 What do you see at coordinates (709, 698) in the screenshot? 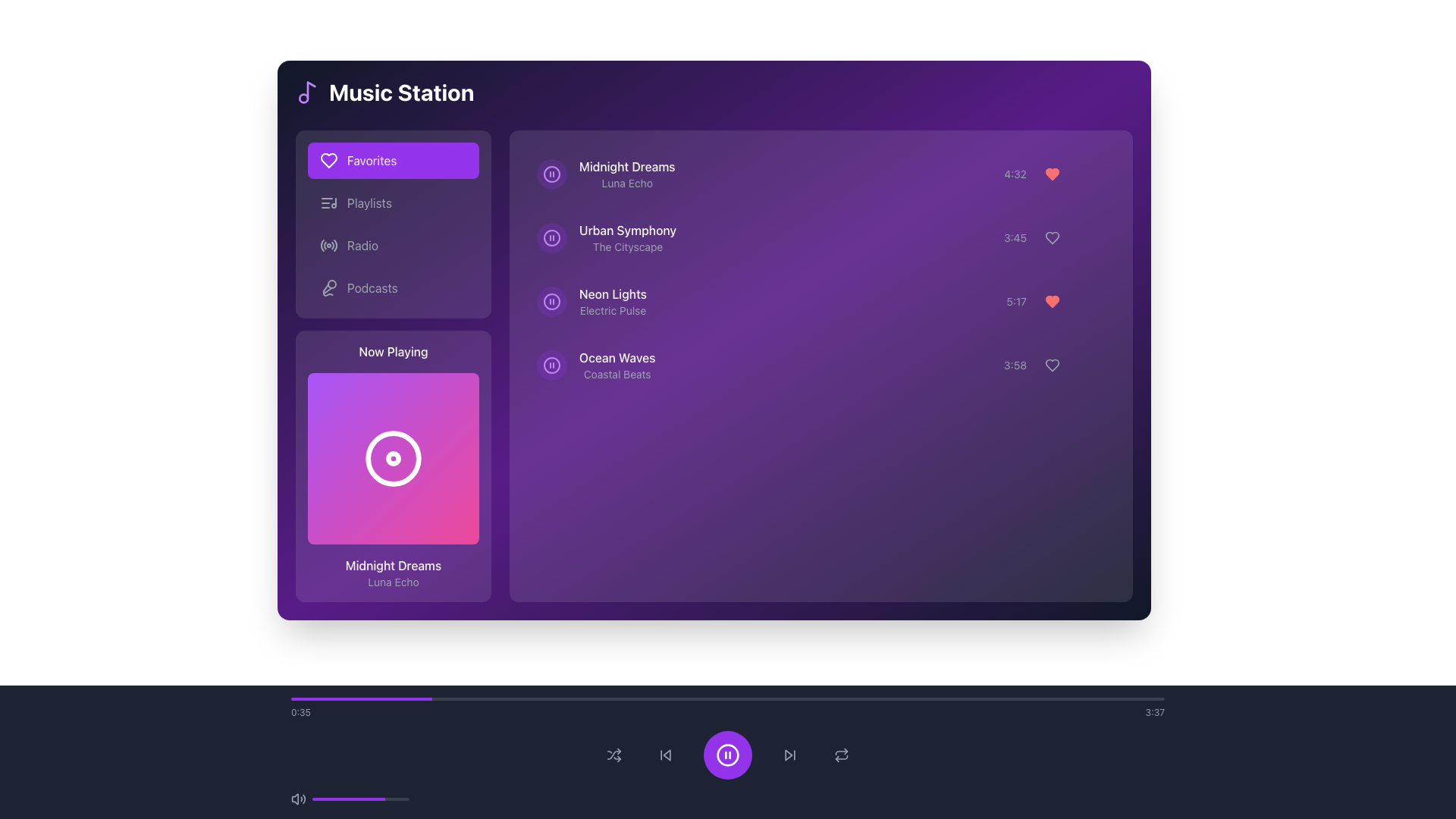
I see `playback progress` at bounding box center [709, 698].